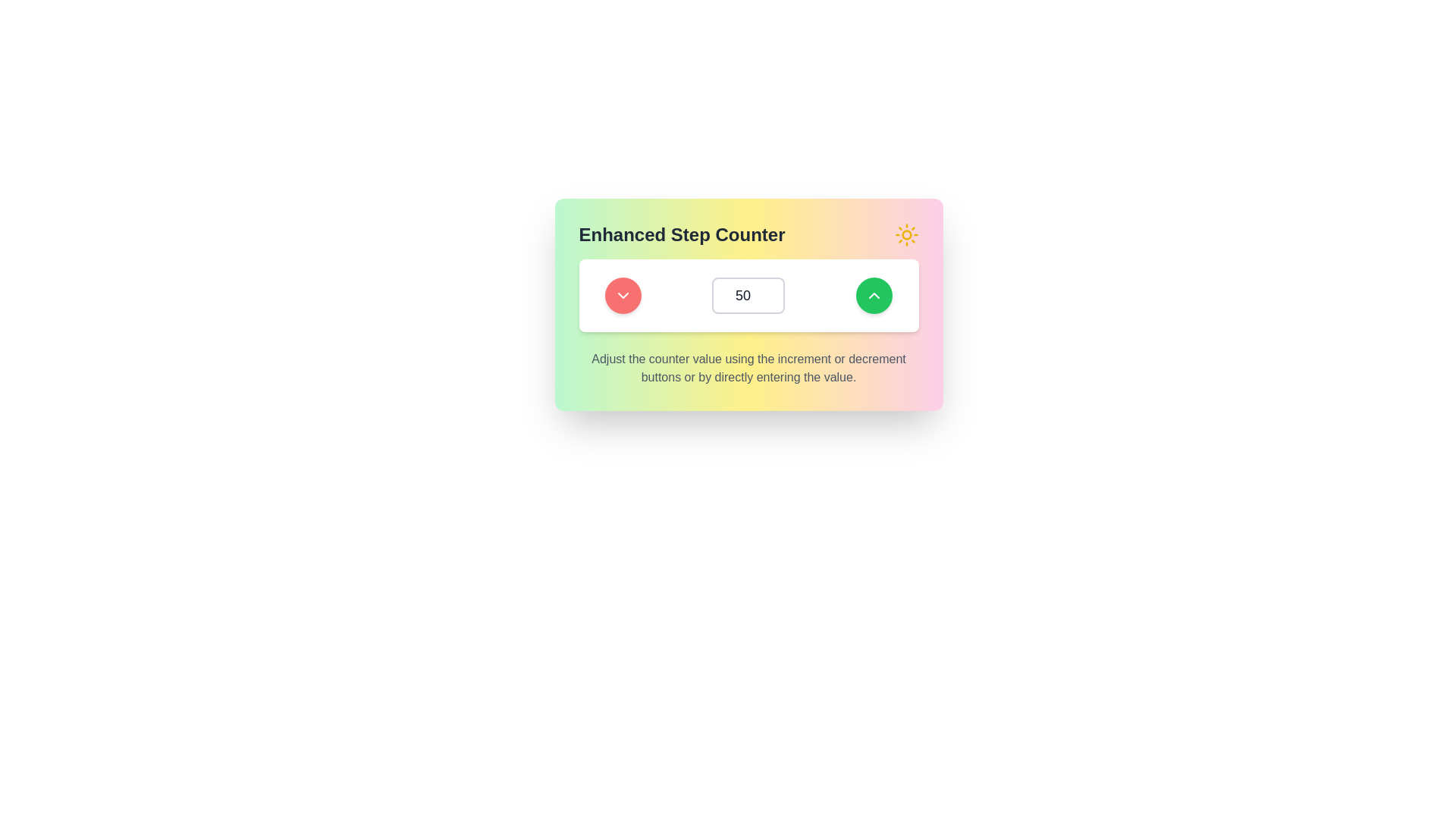  What do you see at coordinates (748, 295) in the screenshot?
I see `the number input` at bounding box center [748, 295].